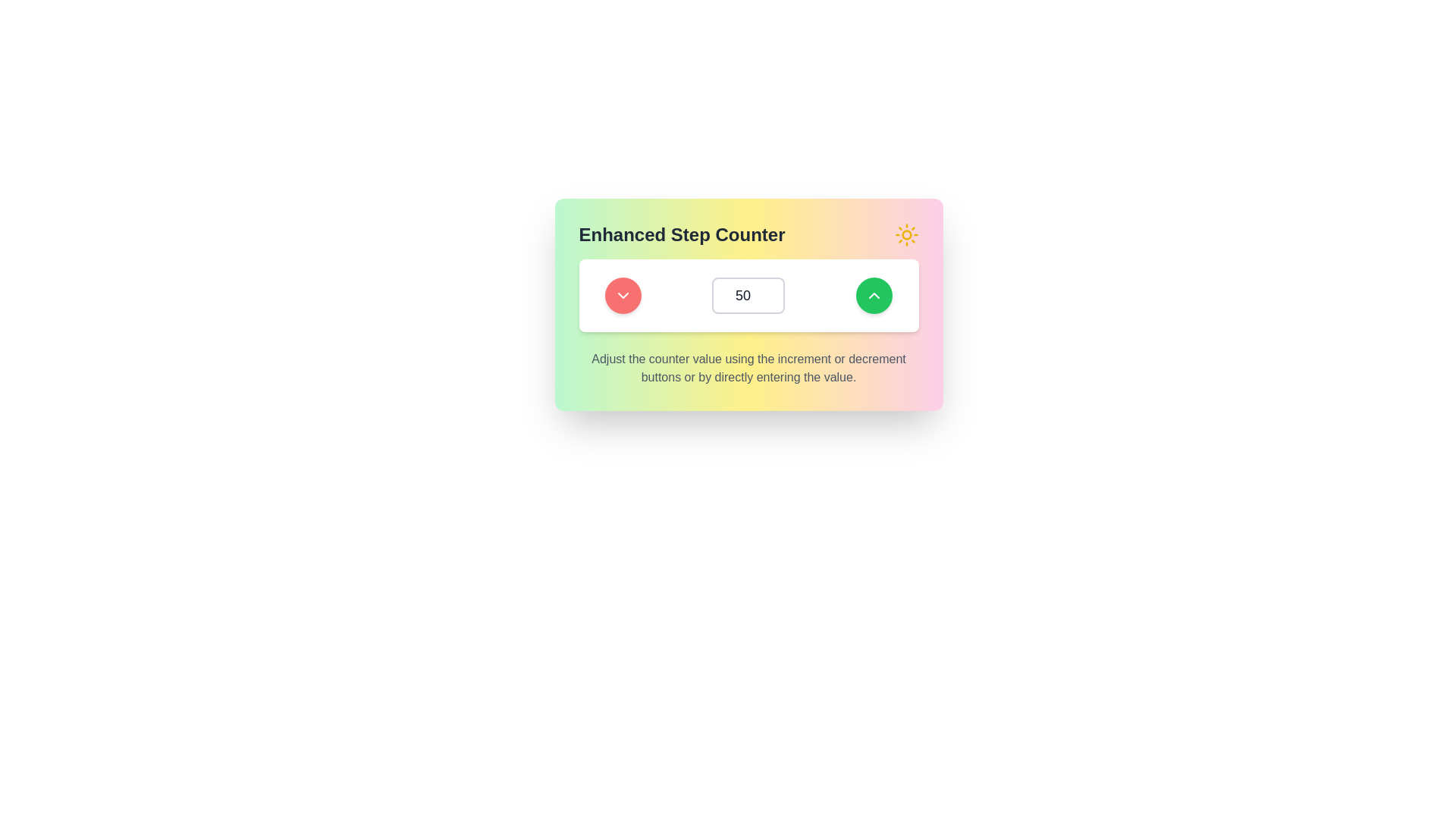  What do you see at coordinates (748, 295) in the screenshot?
I see `the number input` at bounding box center [748, 295].